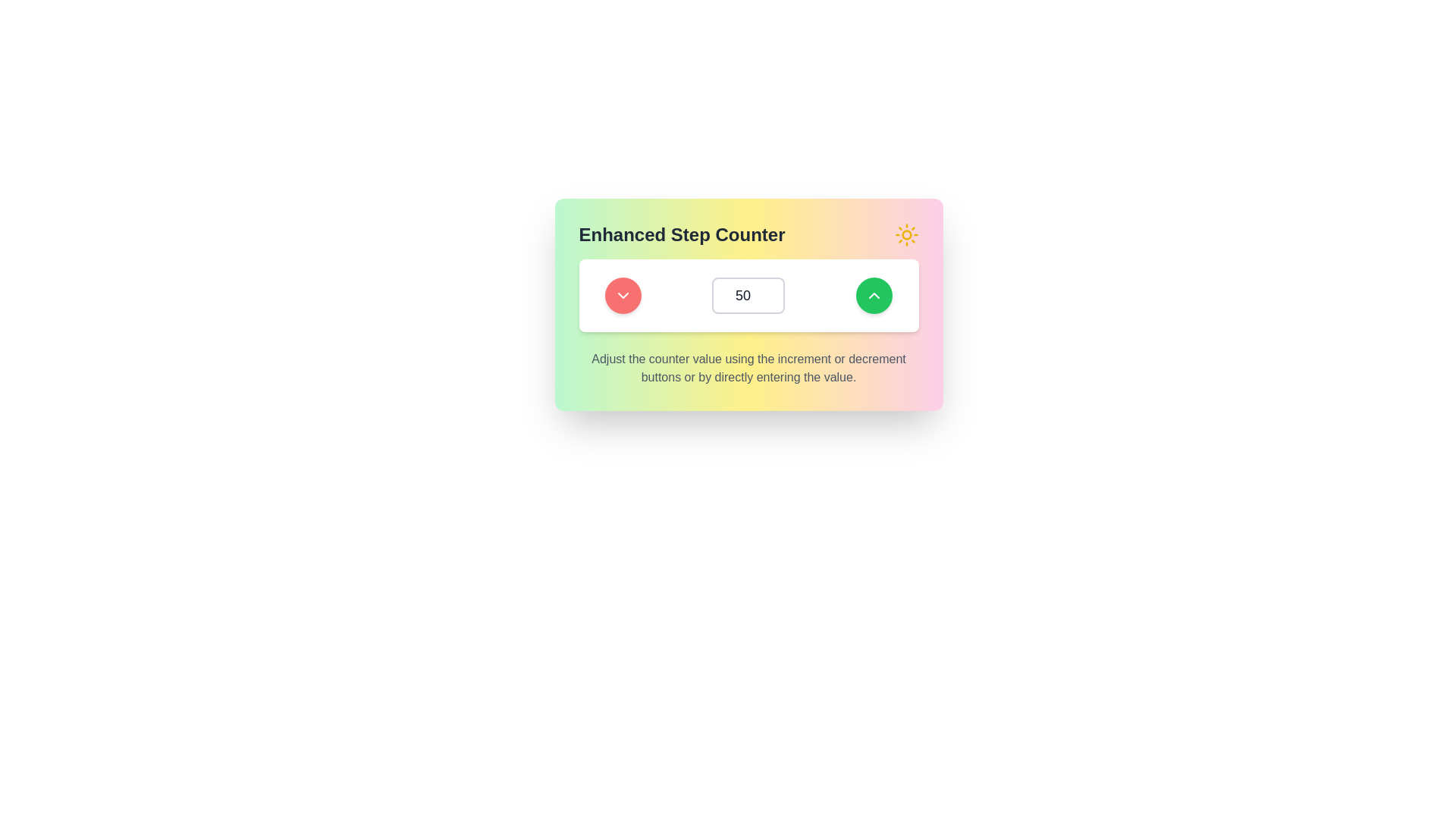  What do you see at coordinates (748, 295) in the screenshot?
I see `the number input` at bounding box center [748, 295].